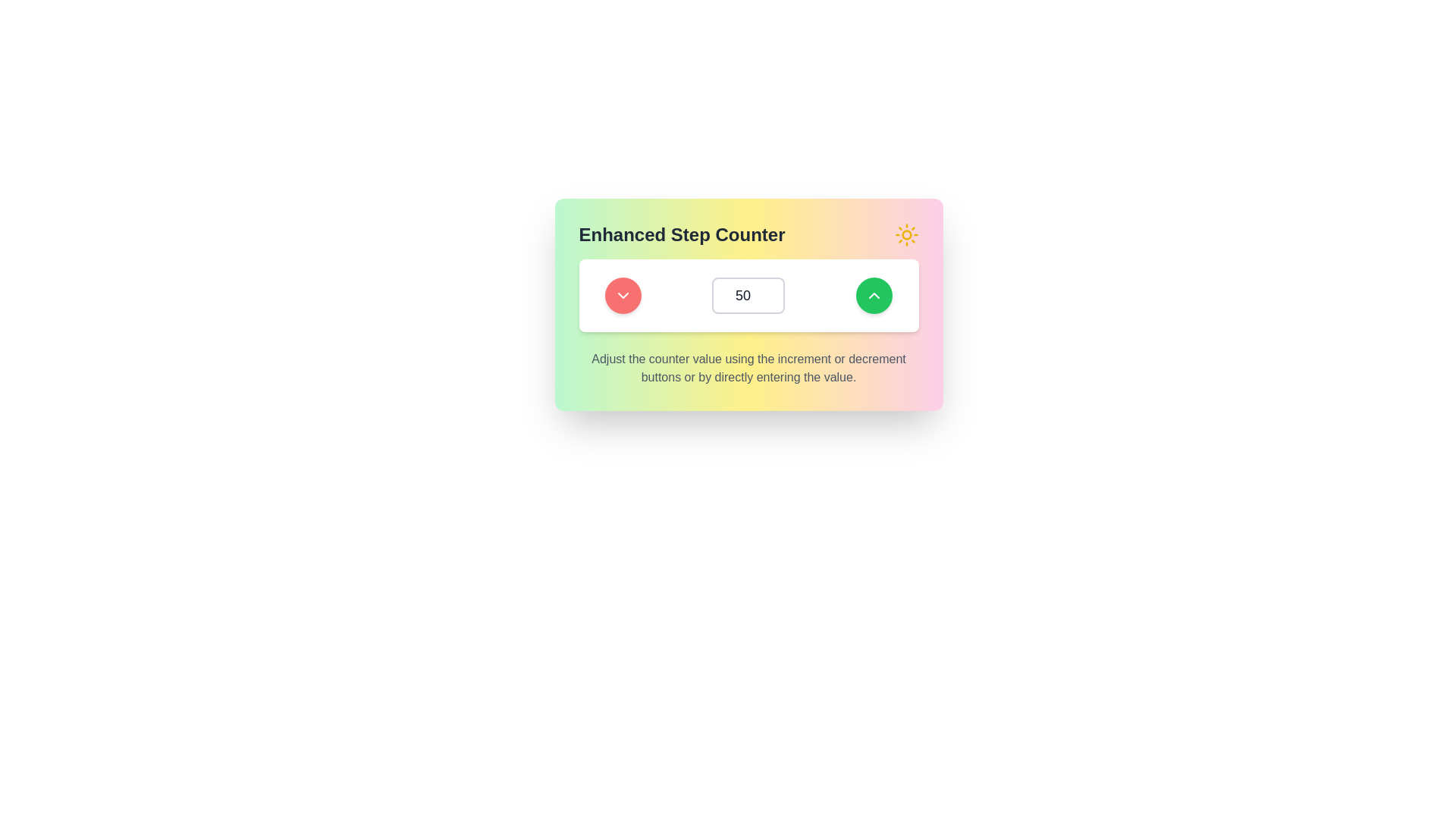  What do you see at coordinates (748, 295) in the screenshot?
I see `the number input` at bounding box center [748, 295].